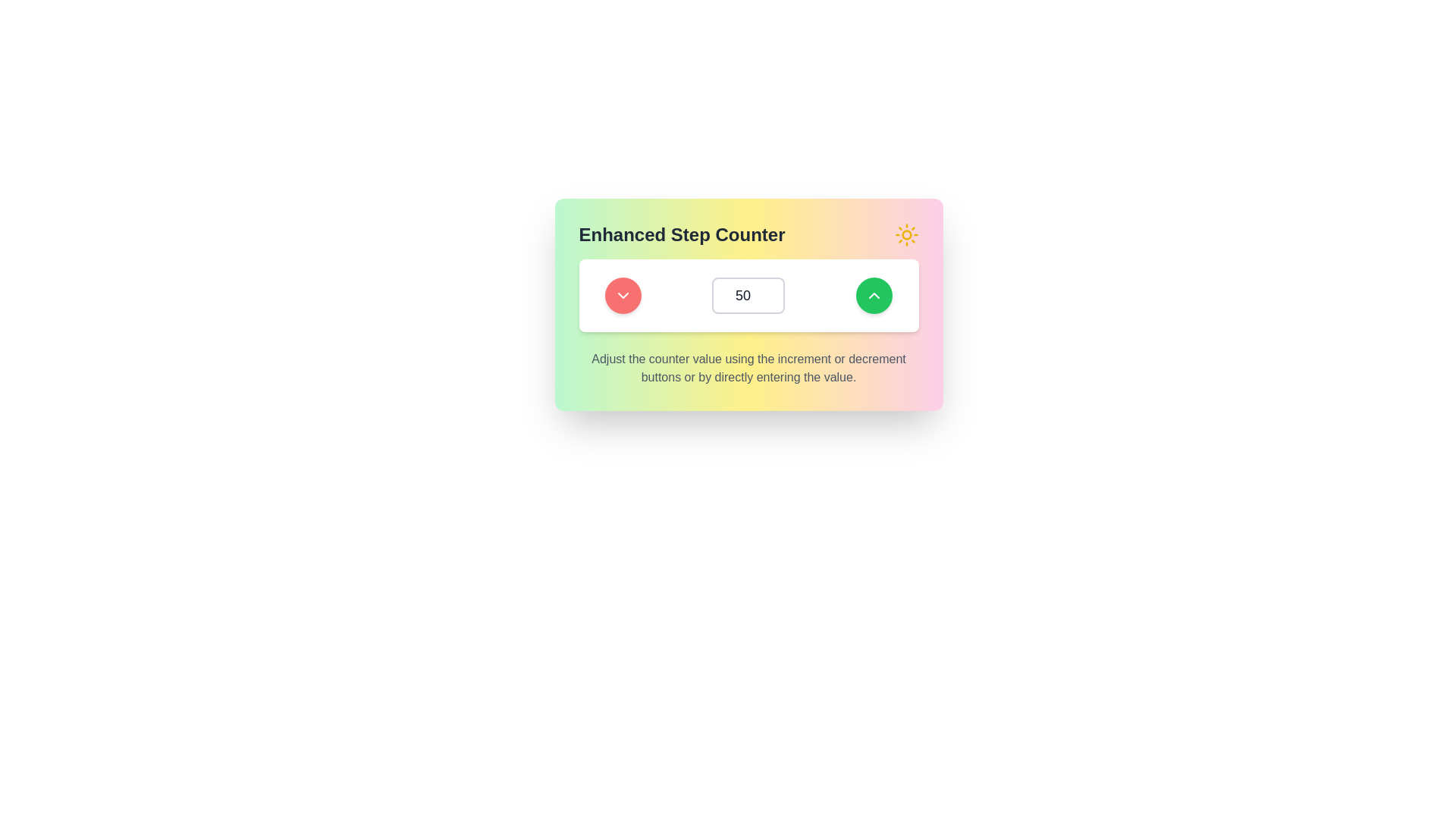  What do you see at coordinates (748, 295) in the screenshot?
I see `the number input` at bounding box center [748, 295].